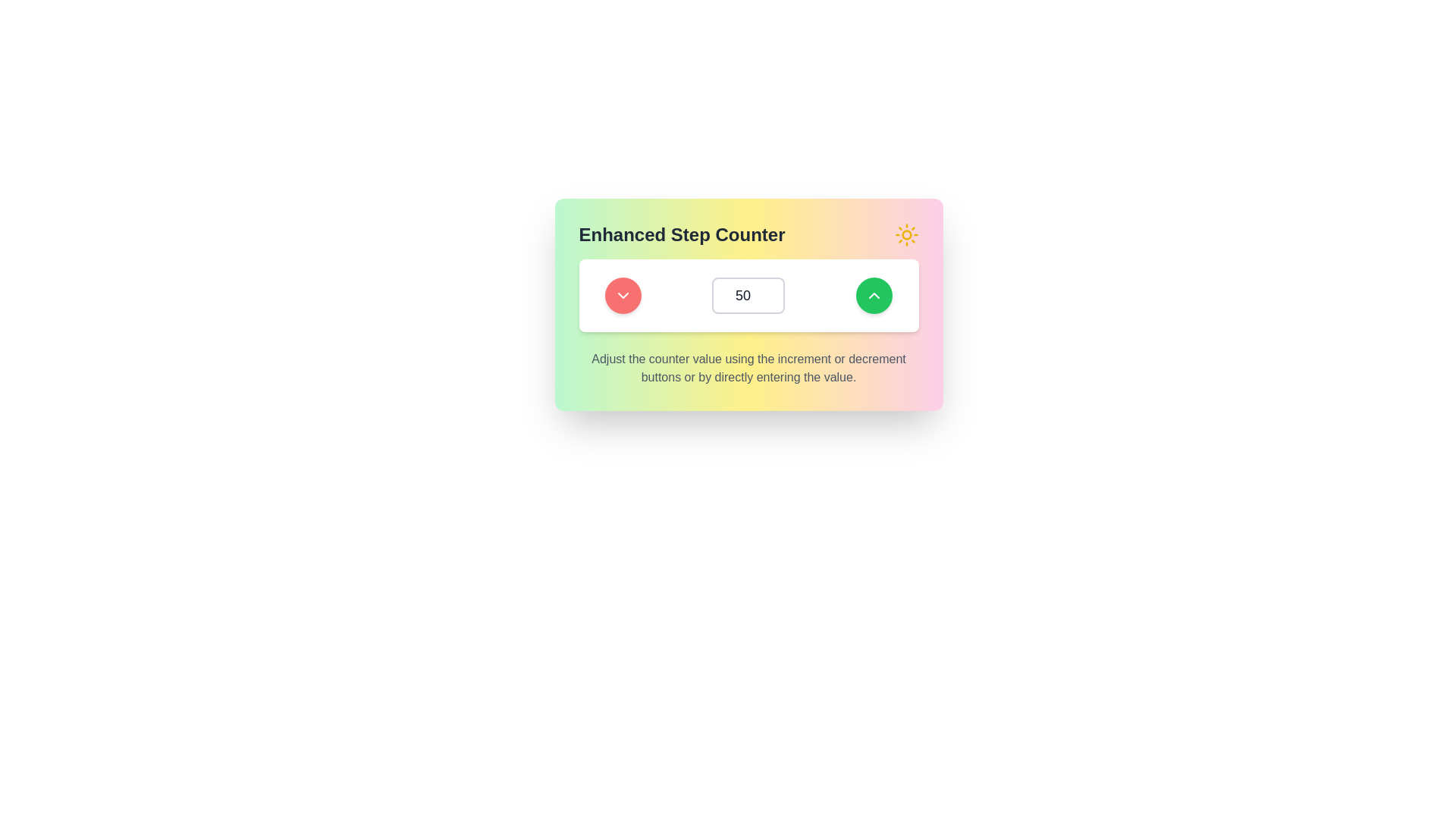  What do you see at coordinates (748, 295) in the screenshot?
I see `the number input` at bounding box center [748, 295].